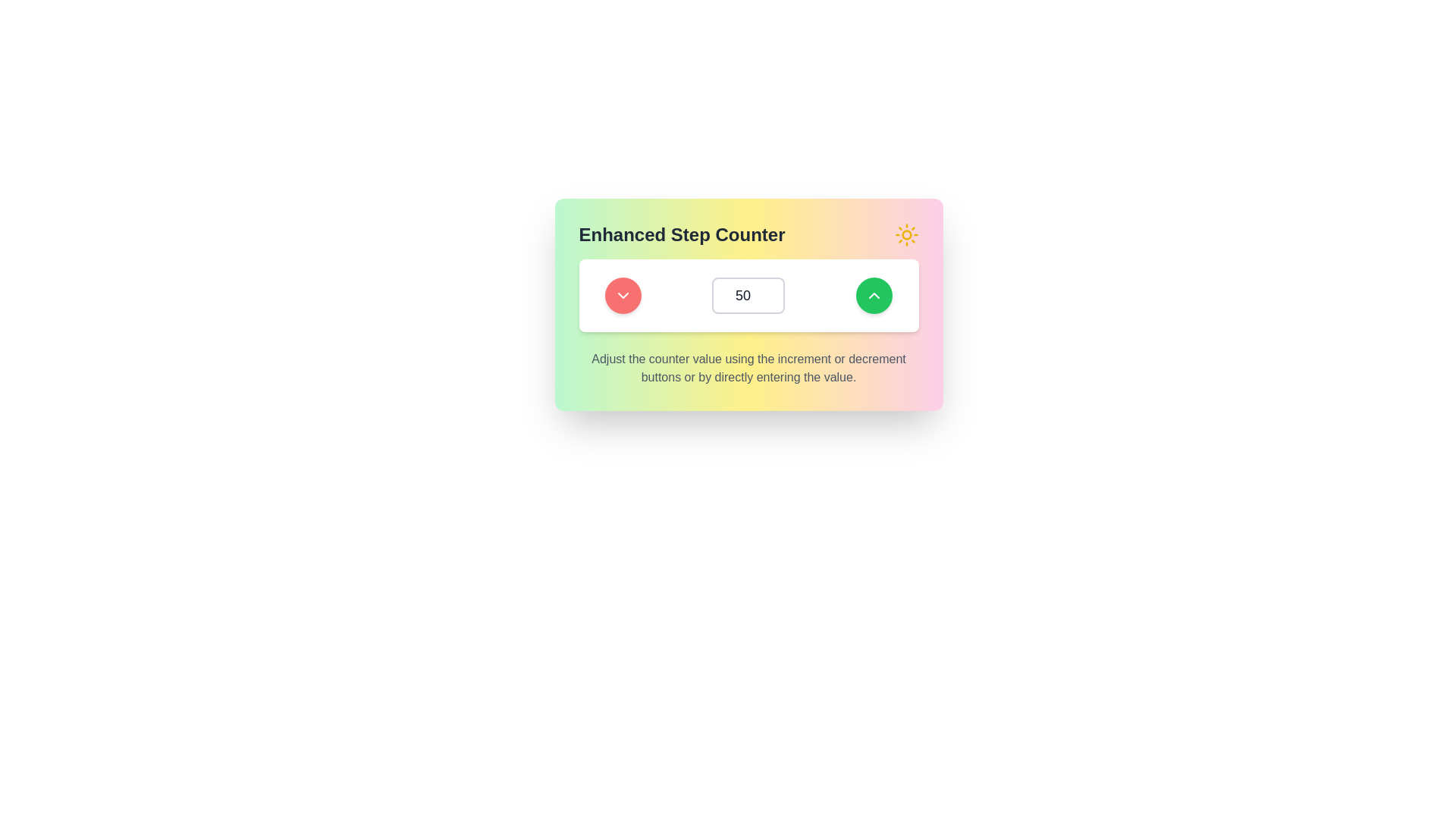  What do you see at coordinates (748, 295) in the screenshot?
I see `the number input` at bounding box center [748, 295].